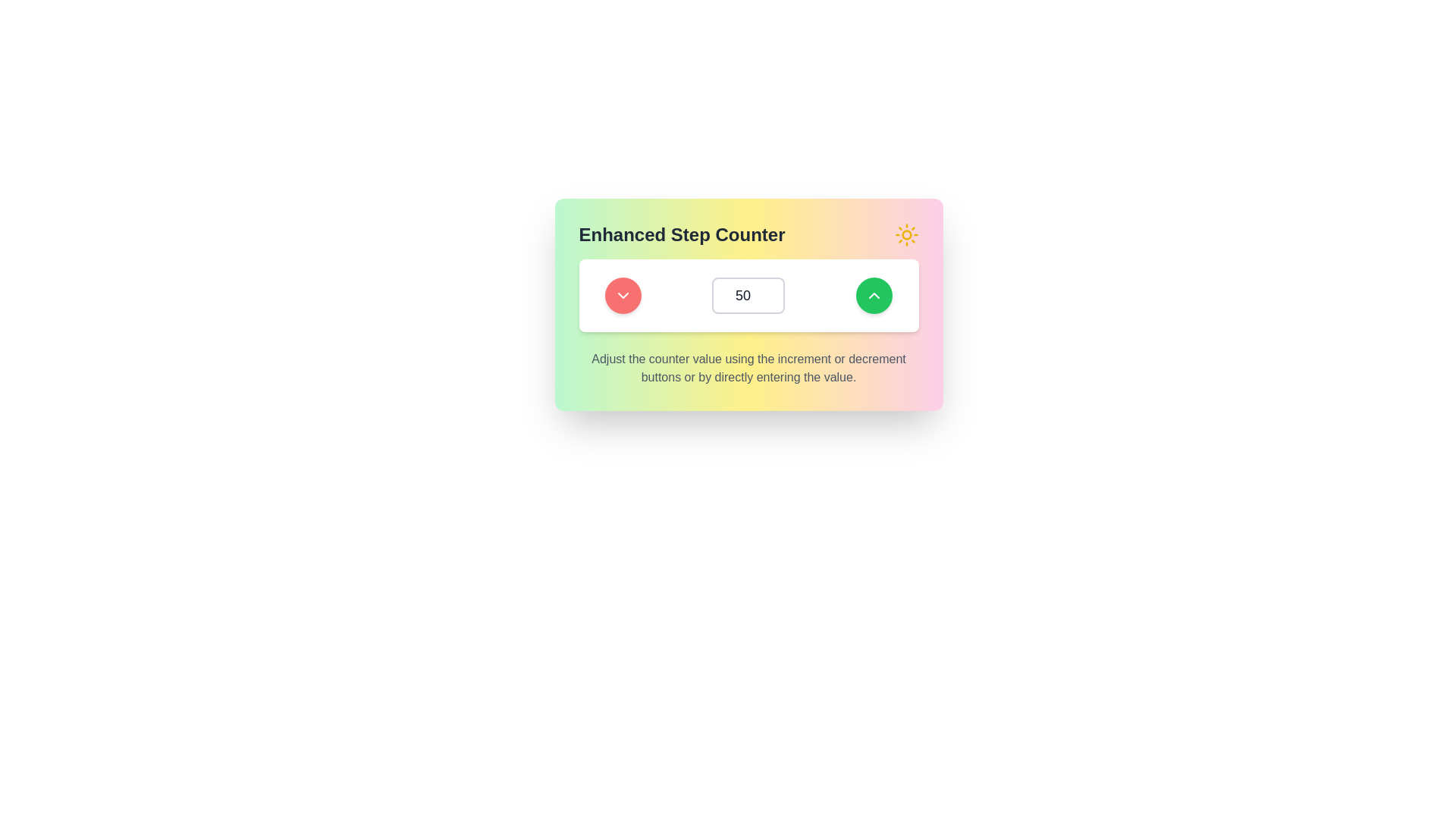  What do you see at coordinates (748, 295) in the screenshot?
I see `the number input` at bounding box center [748, 295].